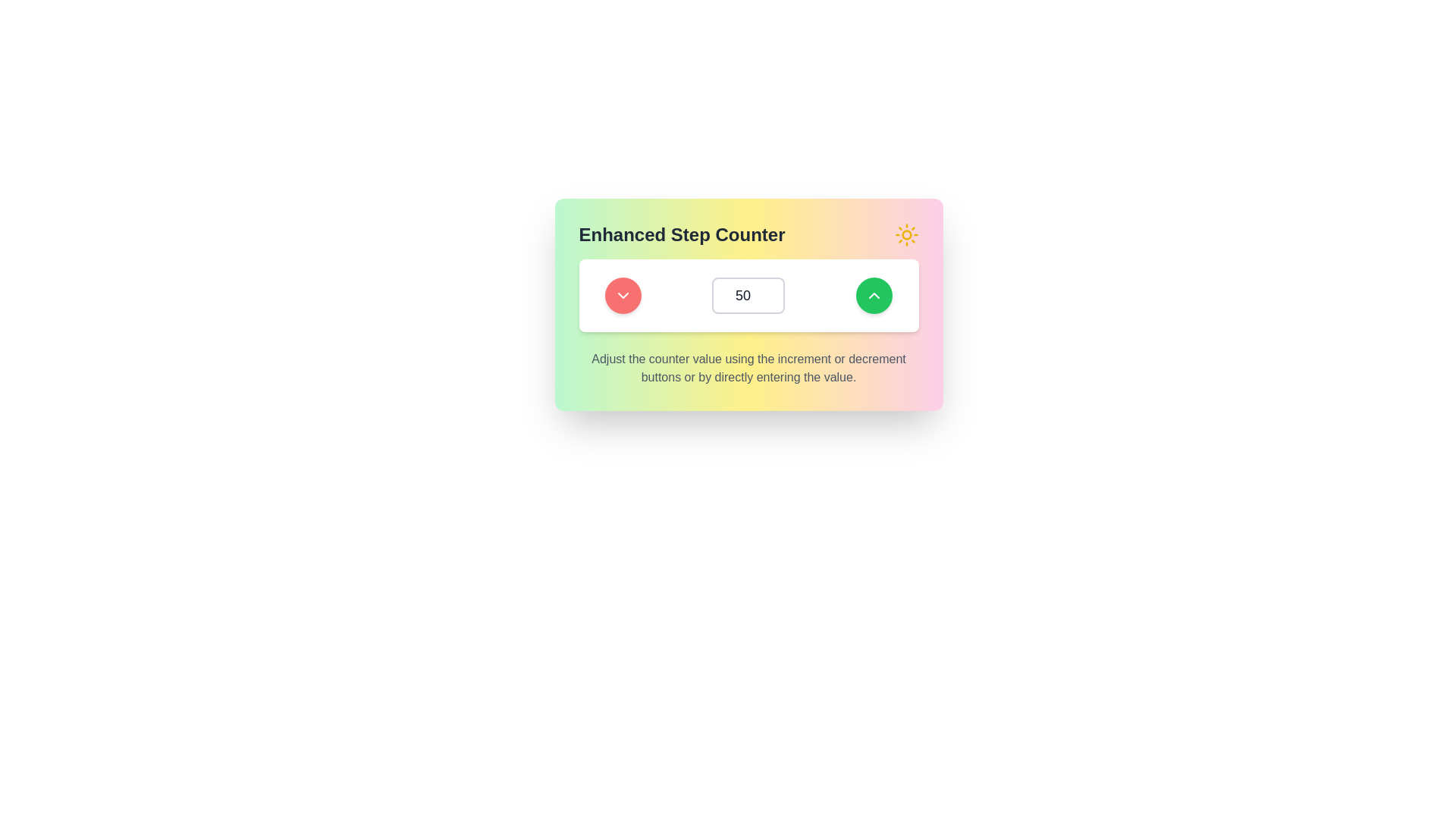  What do you see at coordinates (748, 295) in the screenshot?
I see `the number input` at bounding box center [748, 295].